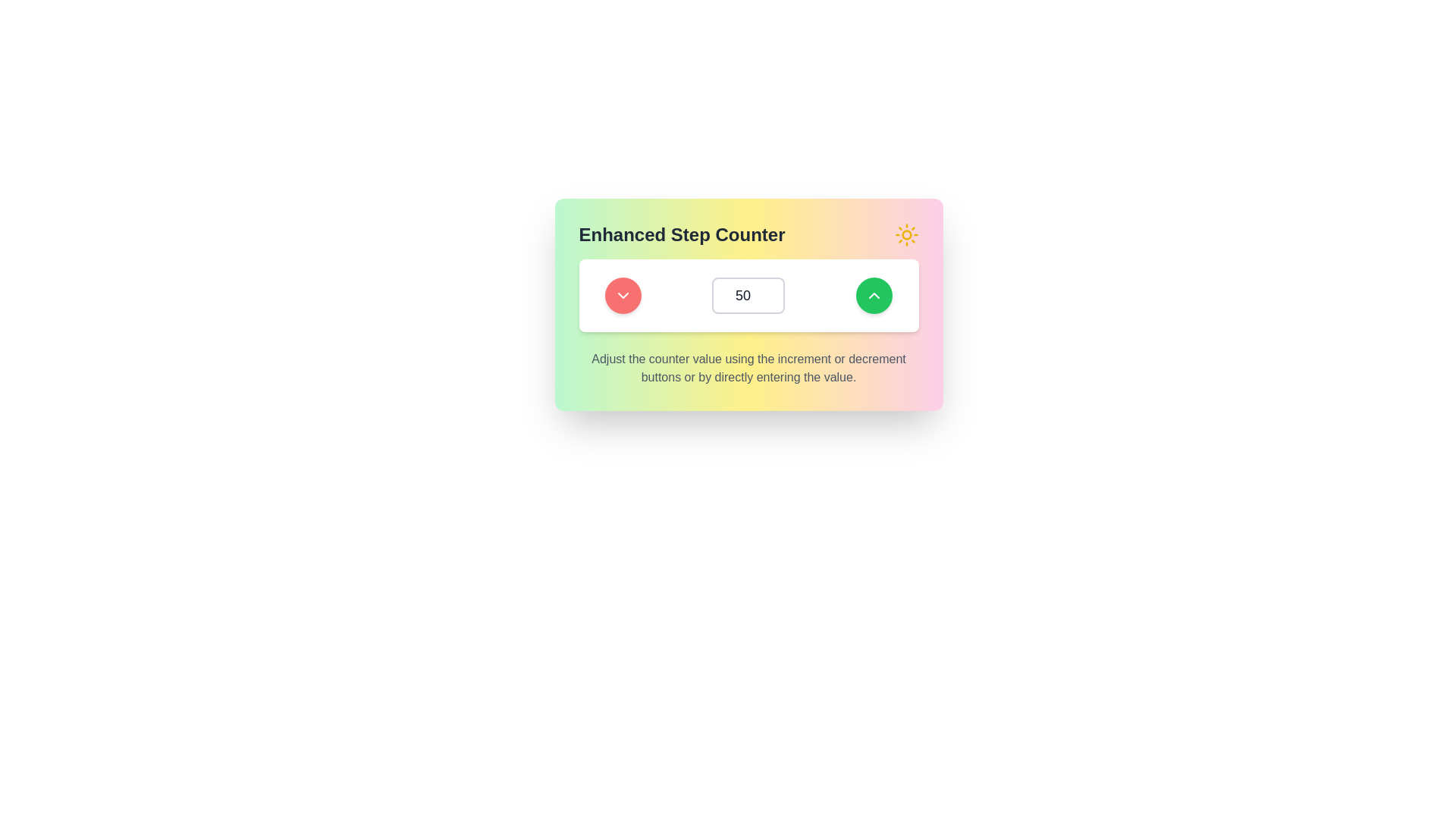  What do you see at coordinates (748, 295) in the screenshot?
I see `the number input` at bounding box center [748, 295].